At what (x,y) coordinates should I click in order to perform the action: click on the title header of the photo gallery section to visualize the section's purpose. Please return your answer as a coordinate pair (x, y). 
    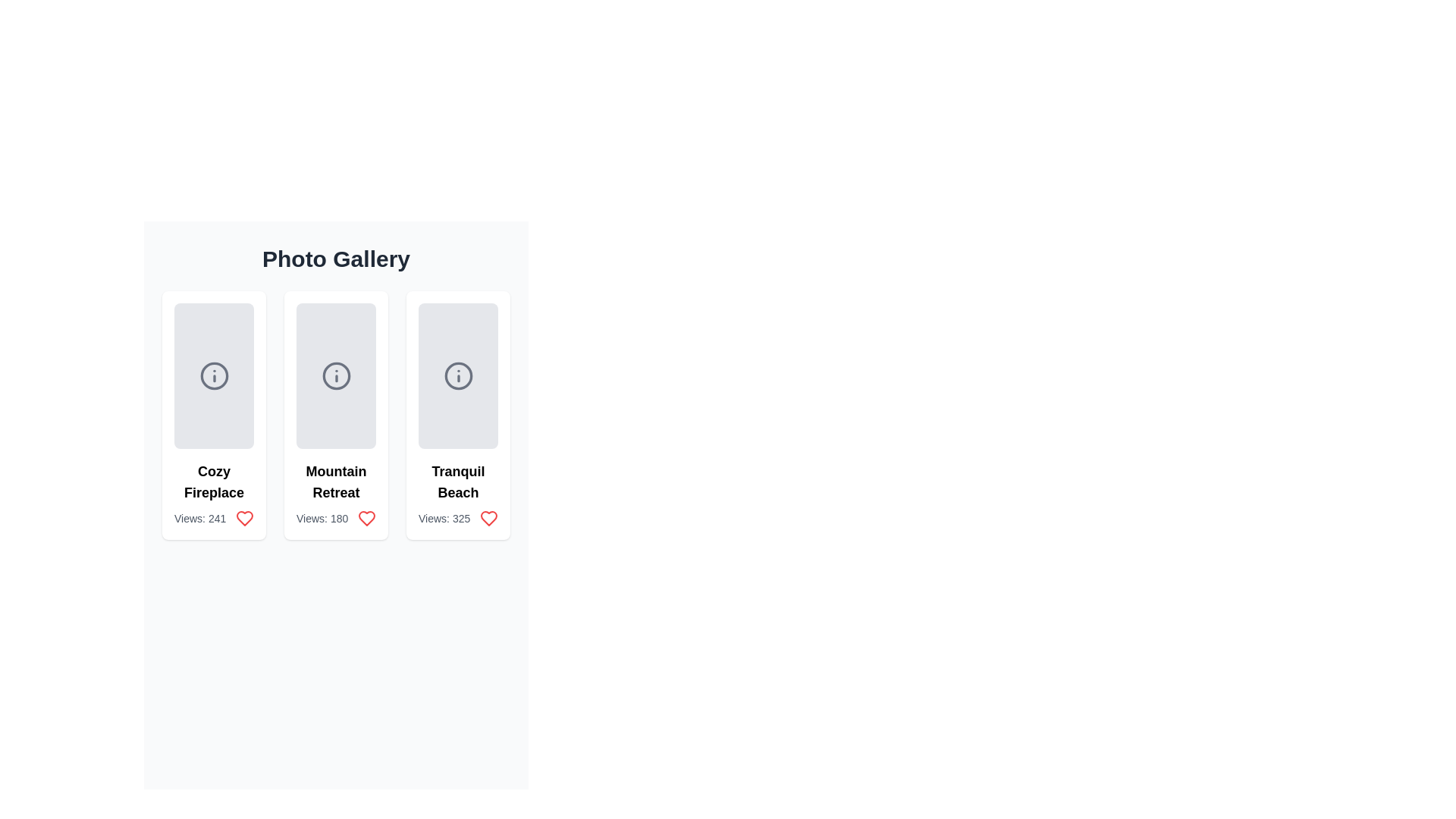
    Looking at the image, I should click on (335, 259).